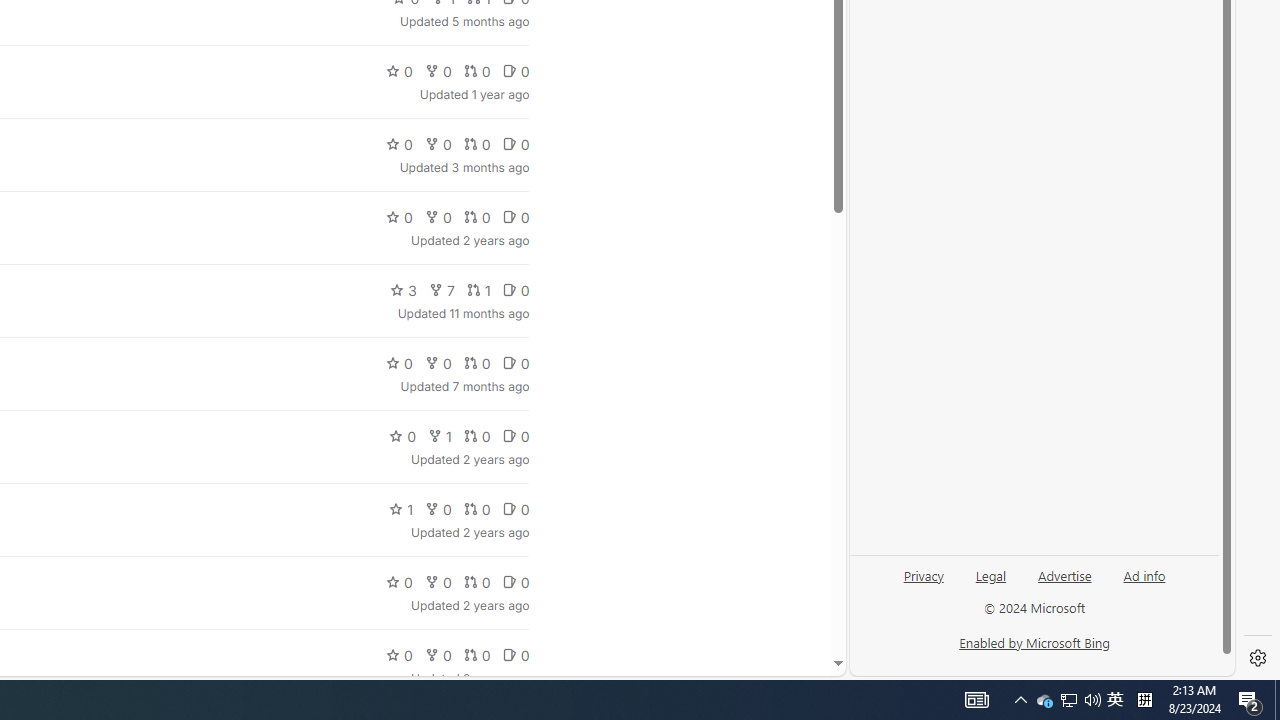 The image size is (1280, 720). I want to click on 'Legal', so click(991, 574).